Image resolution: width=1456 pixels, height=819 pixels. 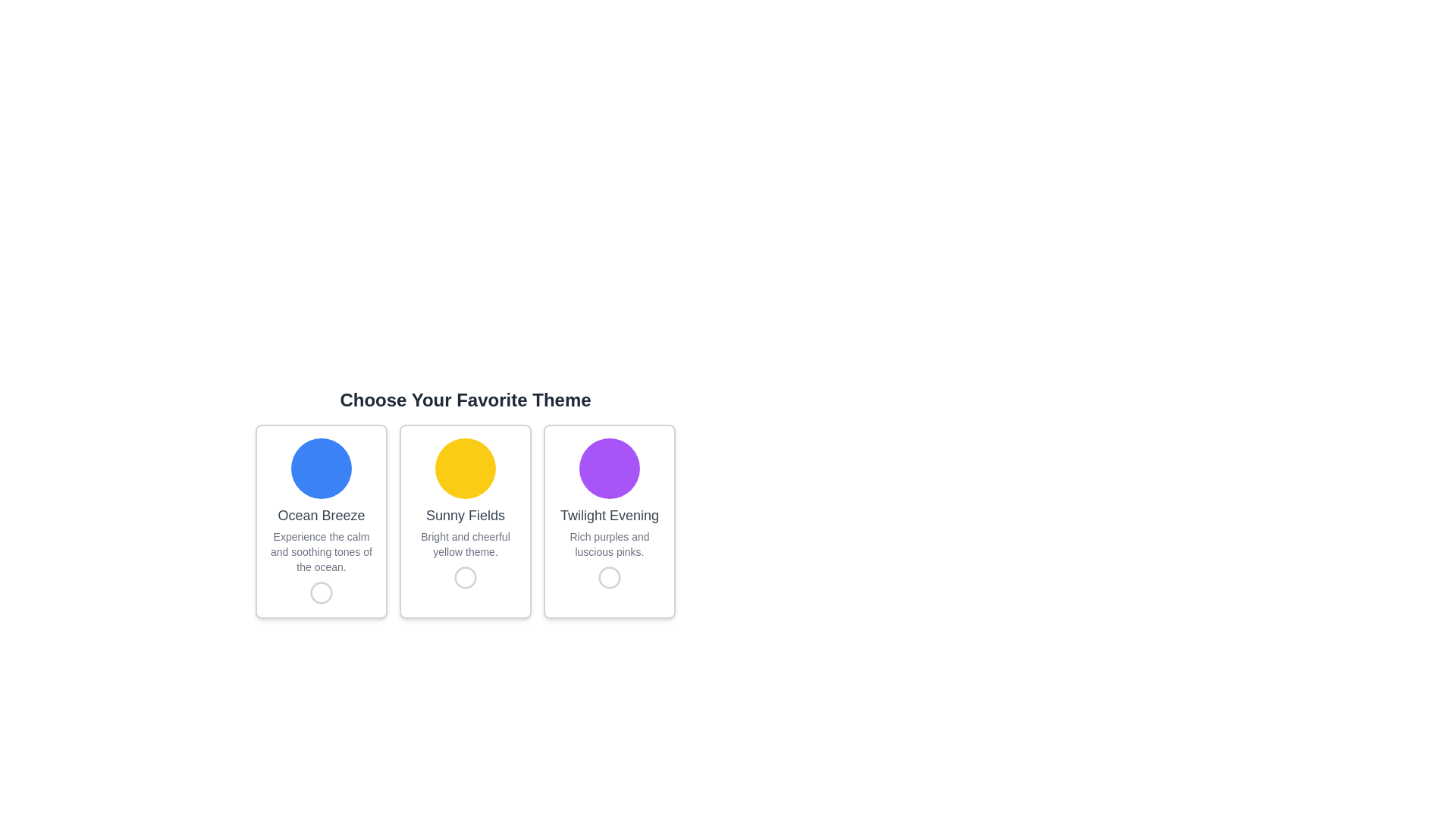 I want to click on the vibrant purple circular decorative element located in the central section of the 'Twilight Evening' card, so click(x=610, y=467).